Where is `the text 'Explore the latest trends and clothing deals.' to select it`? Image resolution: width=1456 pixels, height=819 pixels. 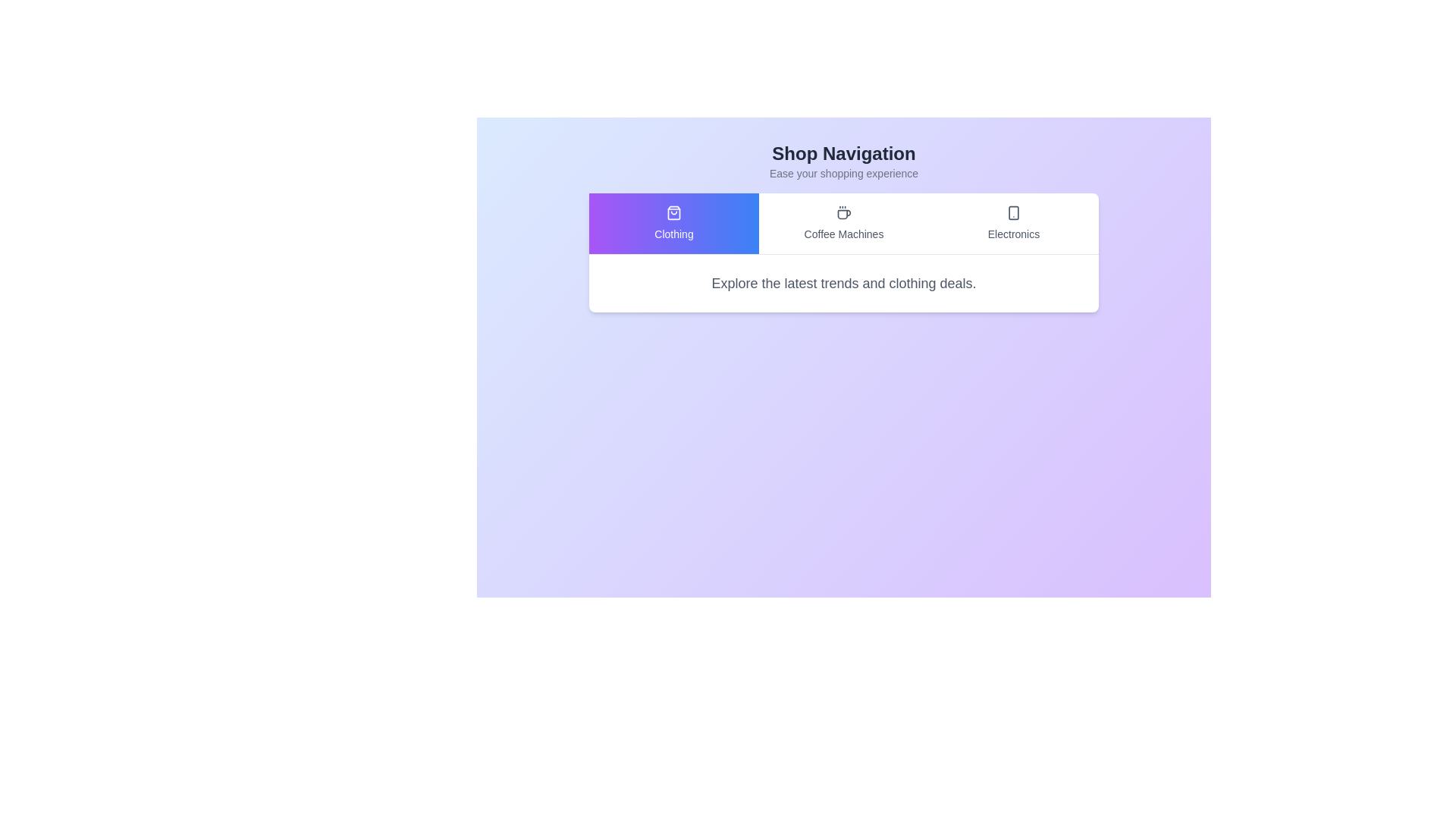
the text 'Explore the latest trends and clothing deals.' to select it is located at coordinates (843, 284).